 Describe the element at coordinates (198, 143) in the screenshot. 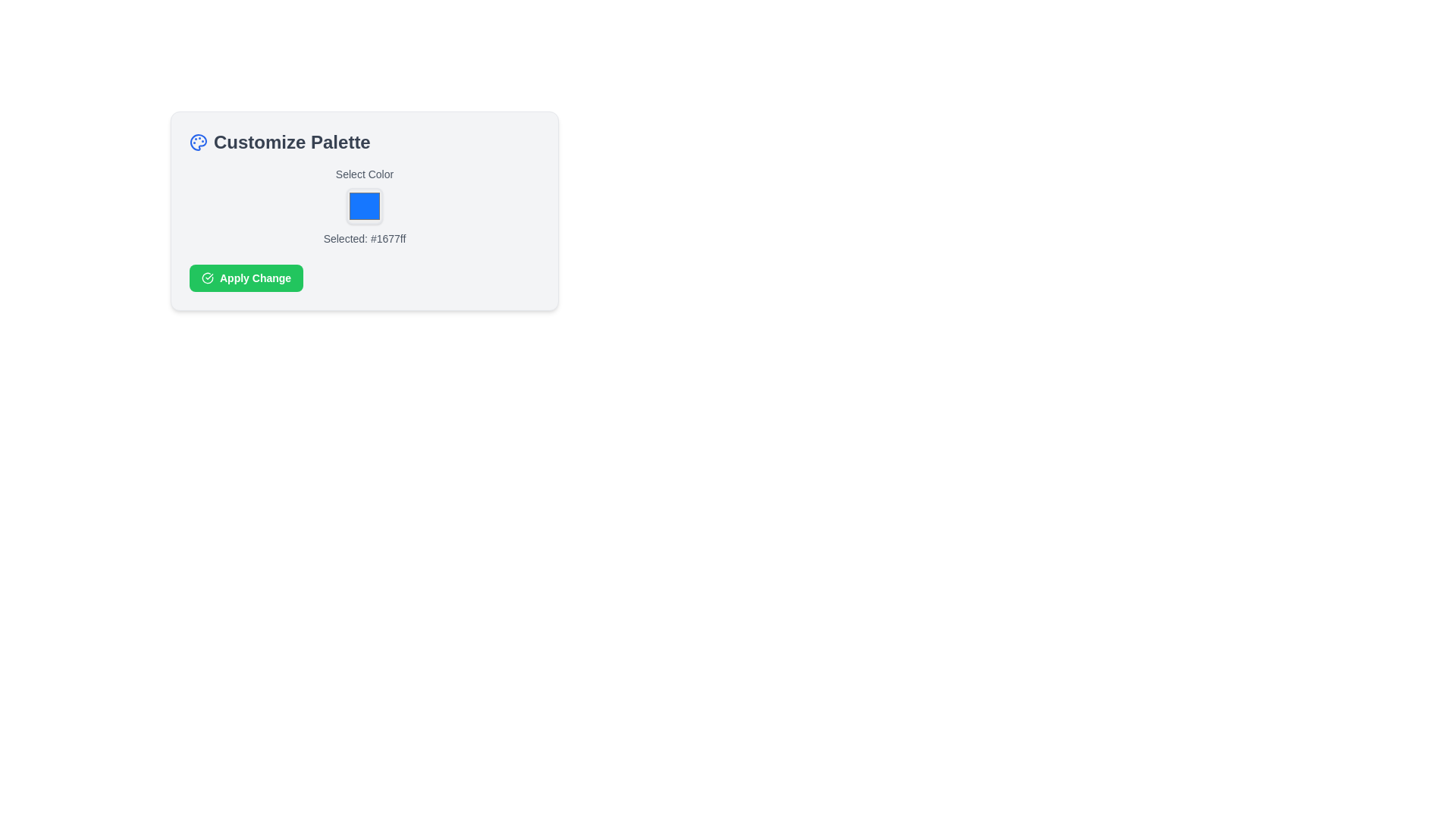

I see `the decorative icon representing the customization of color palettes, located to the left of the 'Customize Palette' heading` at that location.